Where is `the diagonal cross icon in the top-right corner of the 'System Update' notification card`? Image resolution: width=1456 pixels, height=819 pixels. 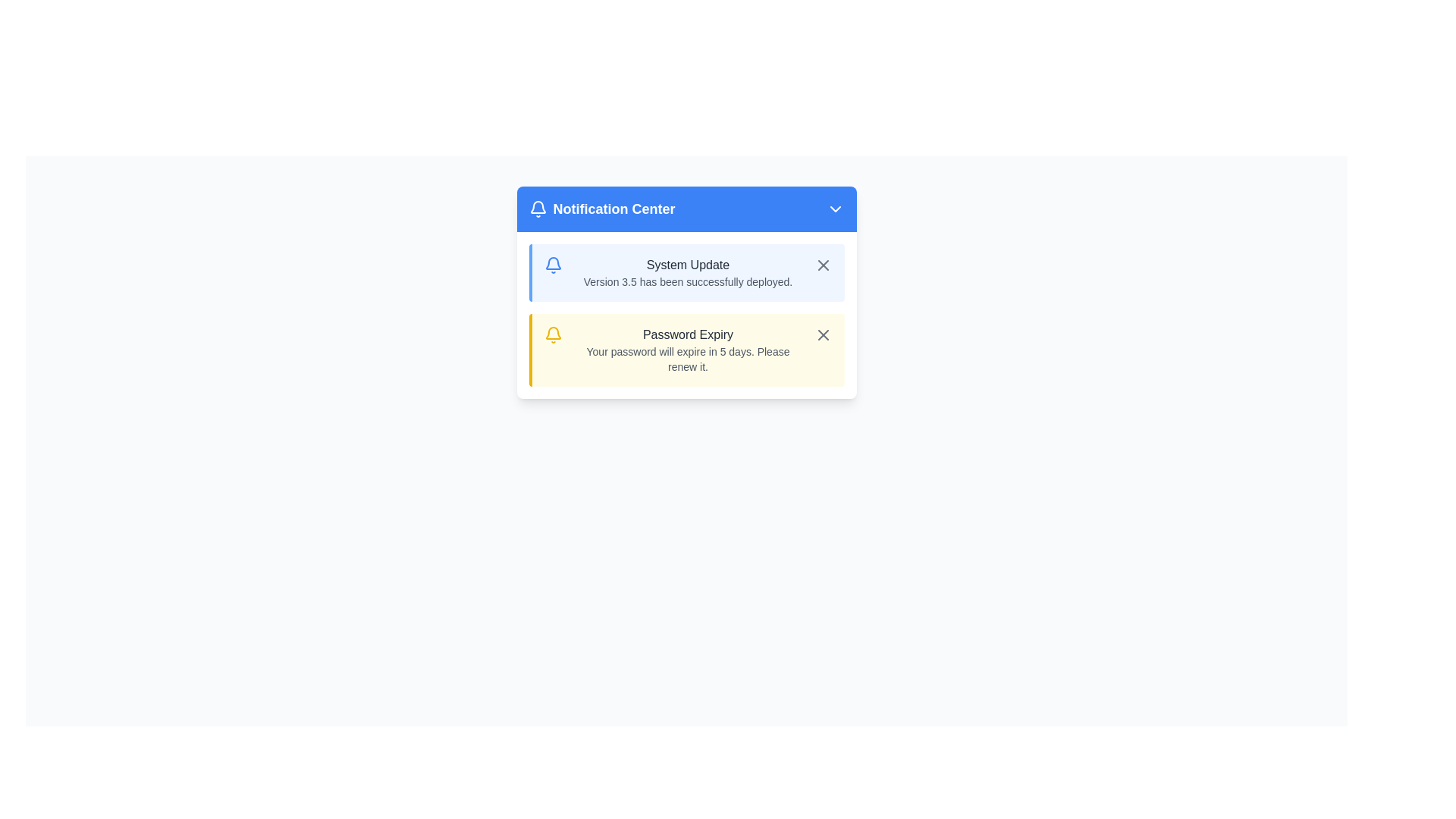 the diagonal cross icon in the top-right corner of the 'System Update' notification card is located at coordinates (822, 334).